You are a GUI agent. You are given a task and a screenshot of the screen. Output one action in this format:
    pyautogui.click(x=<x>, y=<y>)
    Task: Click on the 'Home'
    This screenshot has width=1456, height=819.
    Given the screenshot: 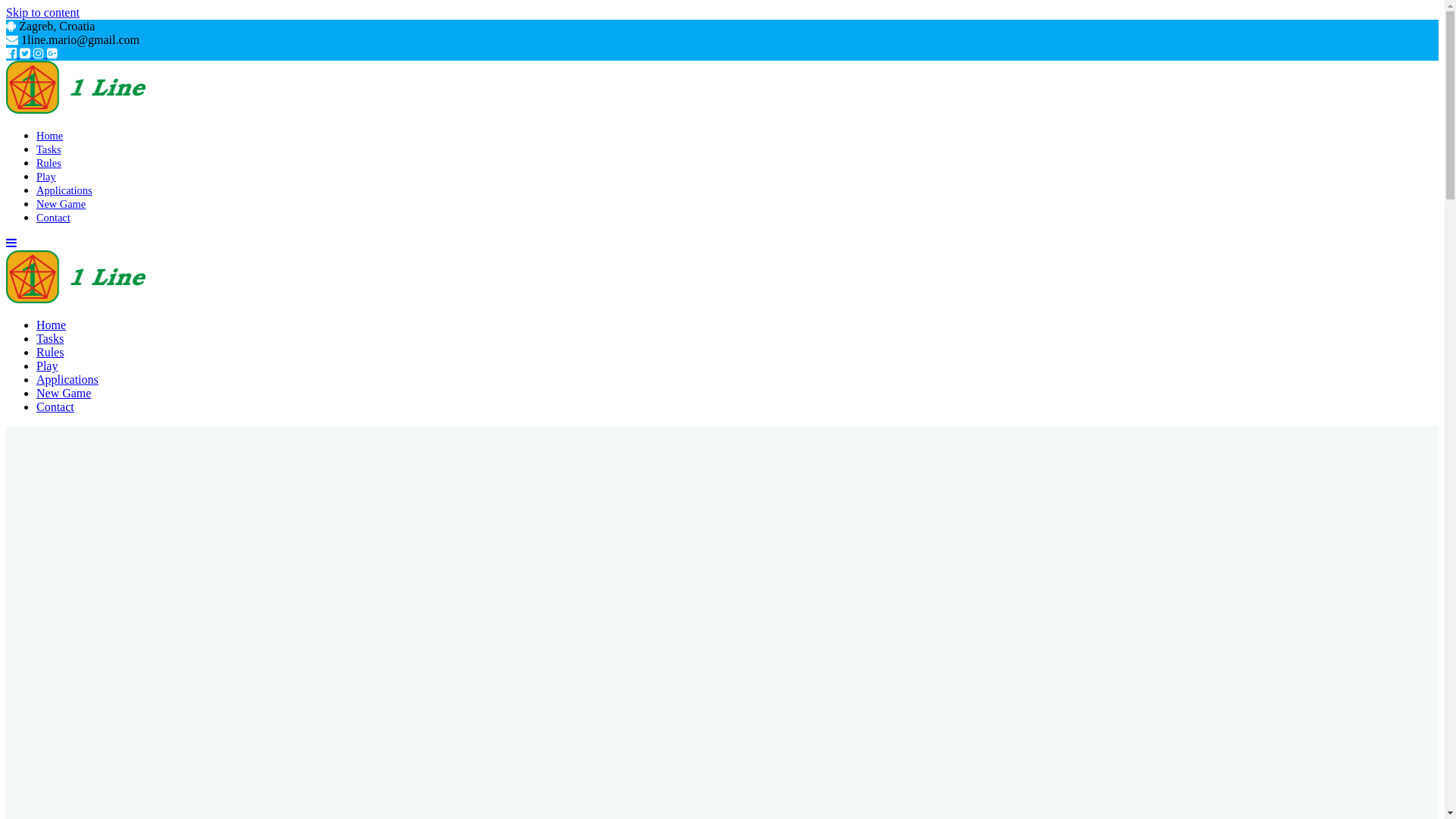 What is the action you would take?
    pyautogui.click(x=51, y=324)
    